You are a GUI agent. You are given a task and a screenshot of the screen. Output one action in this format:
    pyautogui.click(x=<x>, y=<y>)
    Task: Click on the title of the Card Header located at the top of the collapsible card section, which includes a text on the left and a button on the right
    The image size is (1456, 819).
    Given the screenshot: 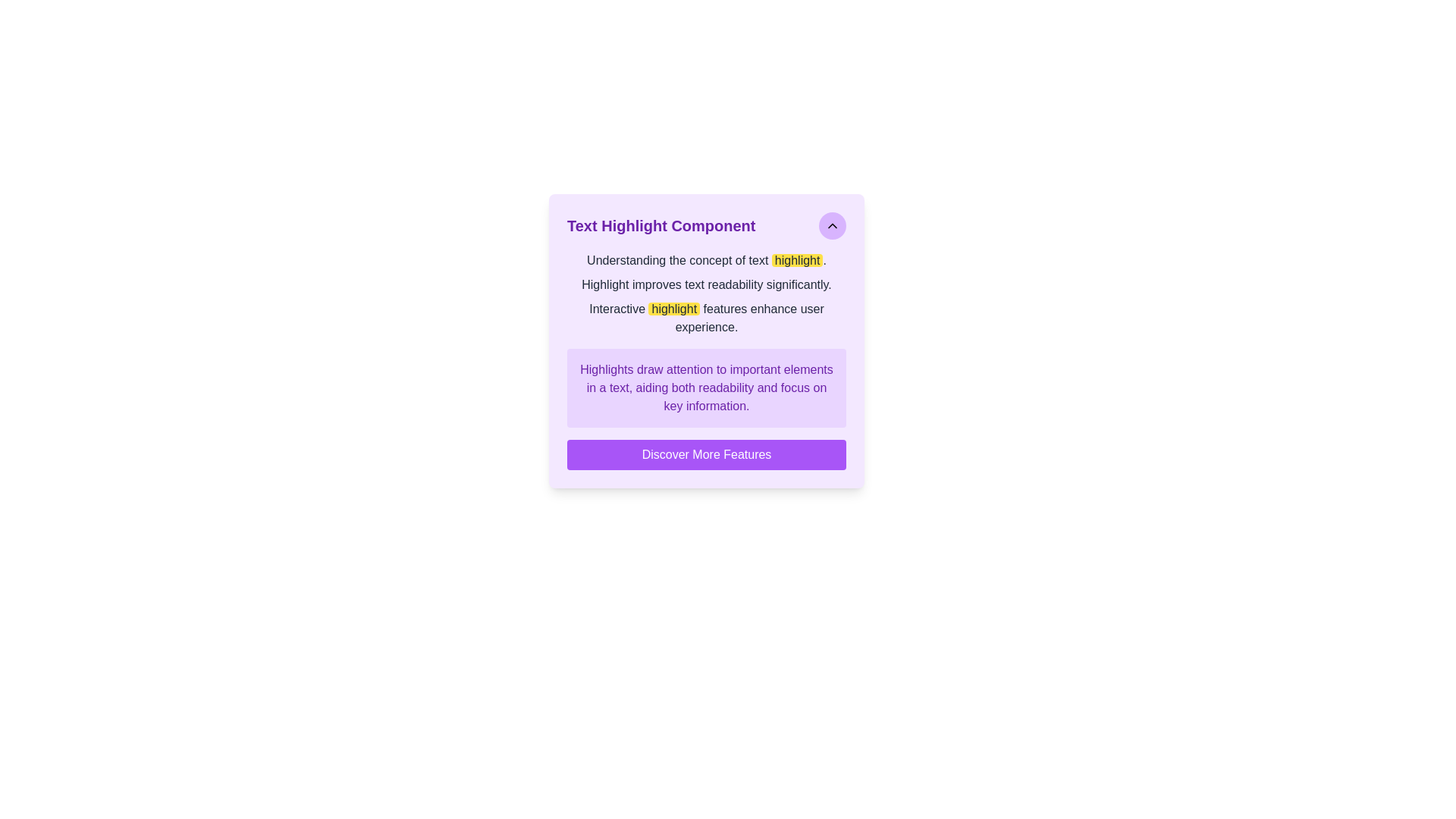 What is the action you would take?
    pyautogui.click(x=705, y=225)
    